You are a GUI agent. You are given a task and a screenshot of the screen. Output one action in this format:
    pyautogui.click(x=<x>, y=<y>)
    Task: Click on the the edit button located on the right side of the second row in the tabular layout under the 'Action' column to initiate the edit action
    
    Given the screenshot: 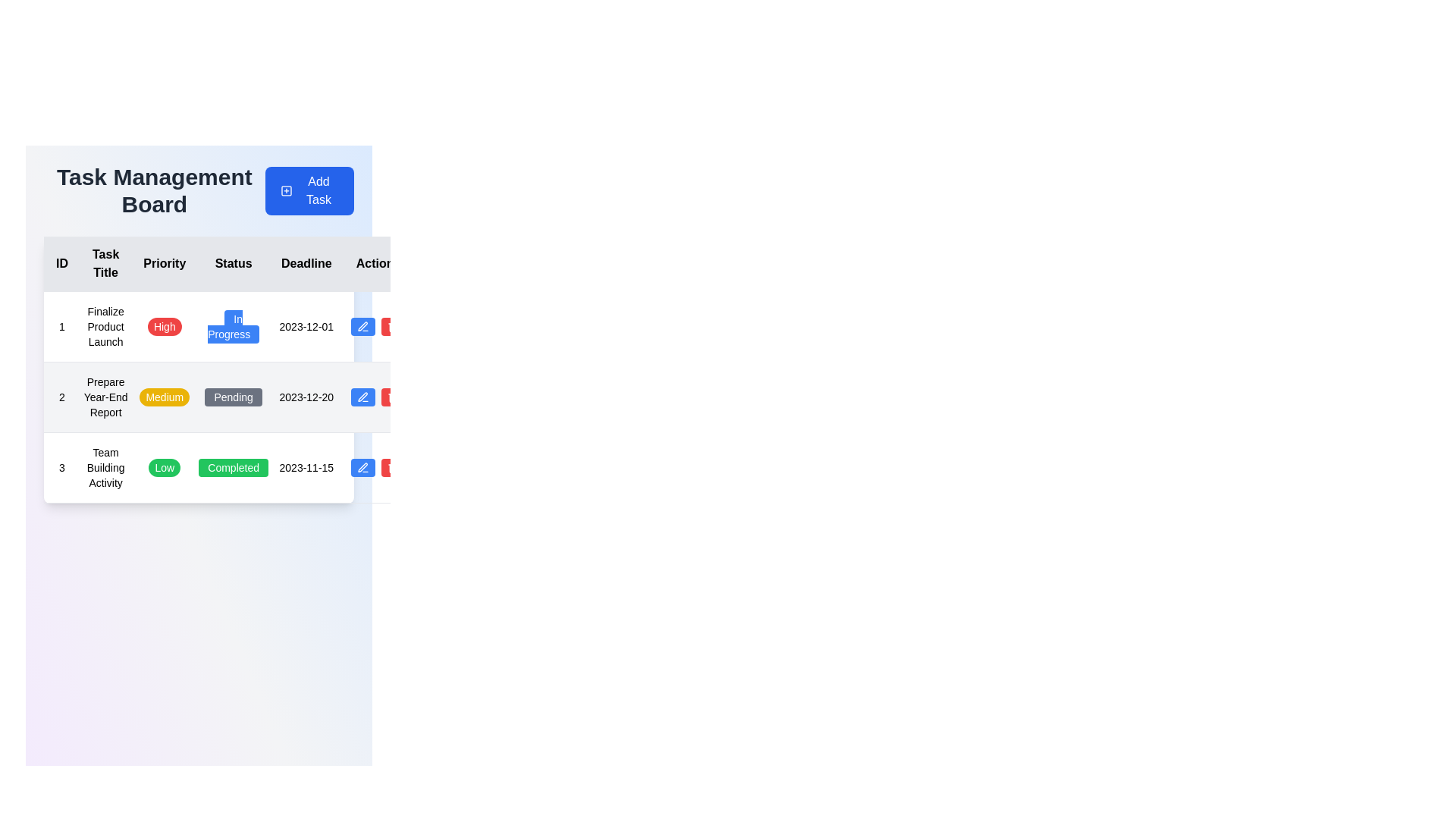 What is the action you would take?
    pyautogui.click(x=362, y=397)
    